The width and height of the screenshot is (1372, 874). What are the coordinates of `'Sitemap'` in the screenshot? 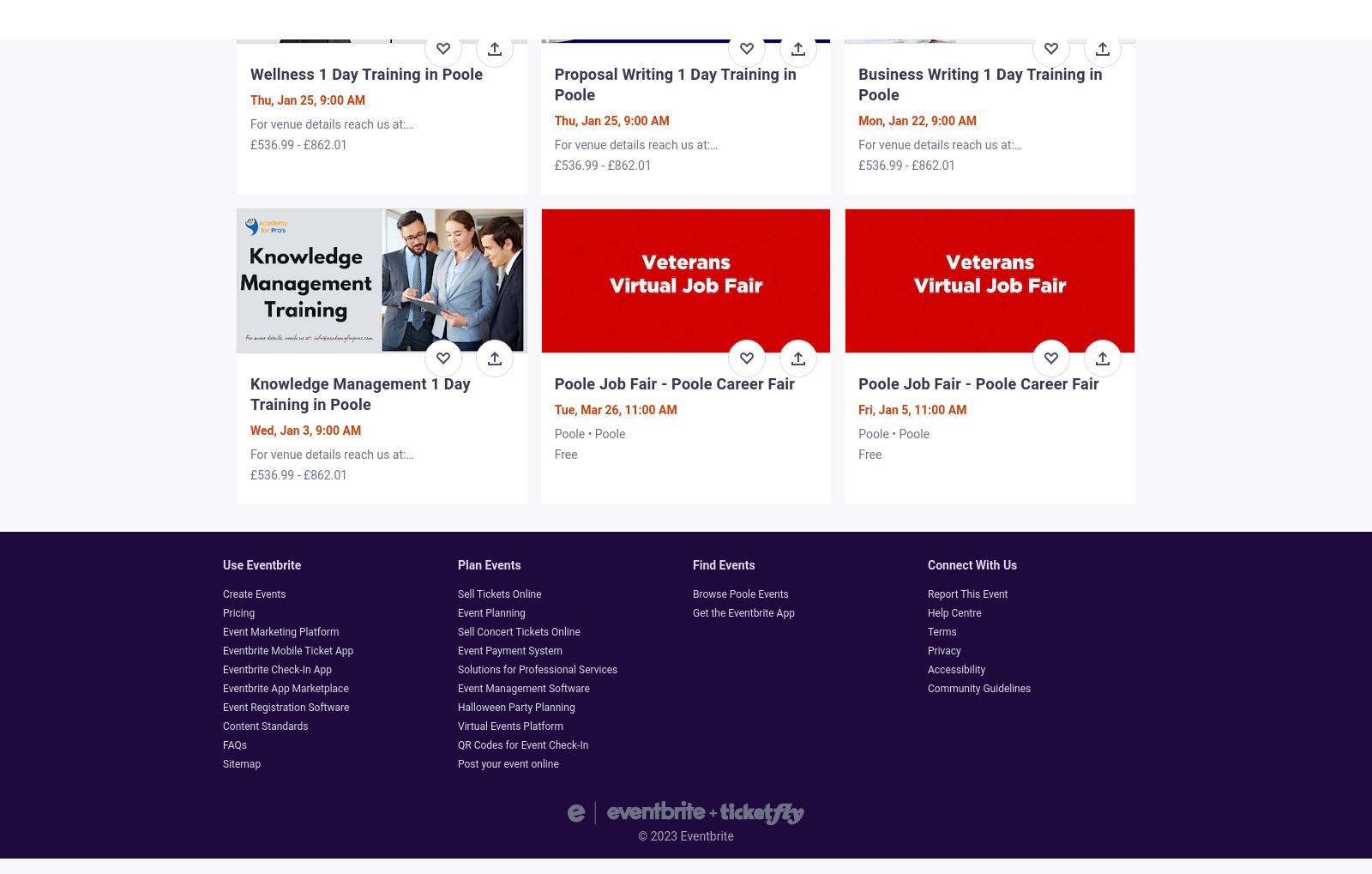 It's located at (242, 762).